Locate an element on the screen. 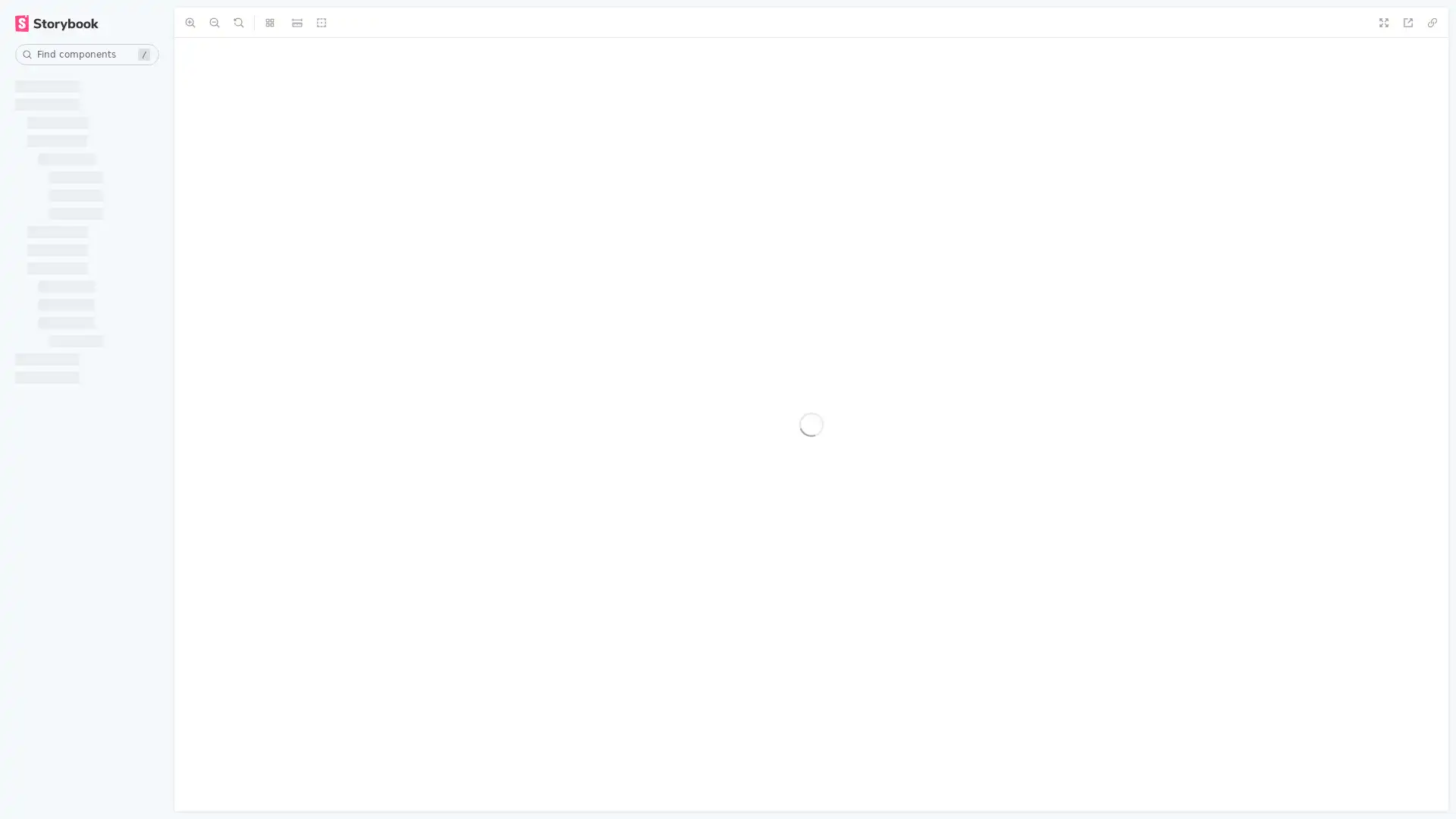  Change the background of the preview is located at coordinates (298, 23).